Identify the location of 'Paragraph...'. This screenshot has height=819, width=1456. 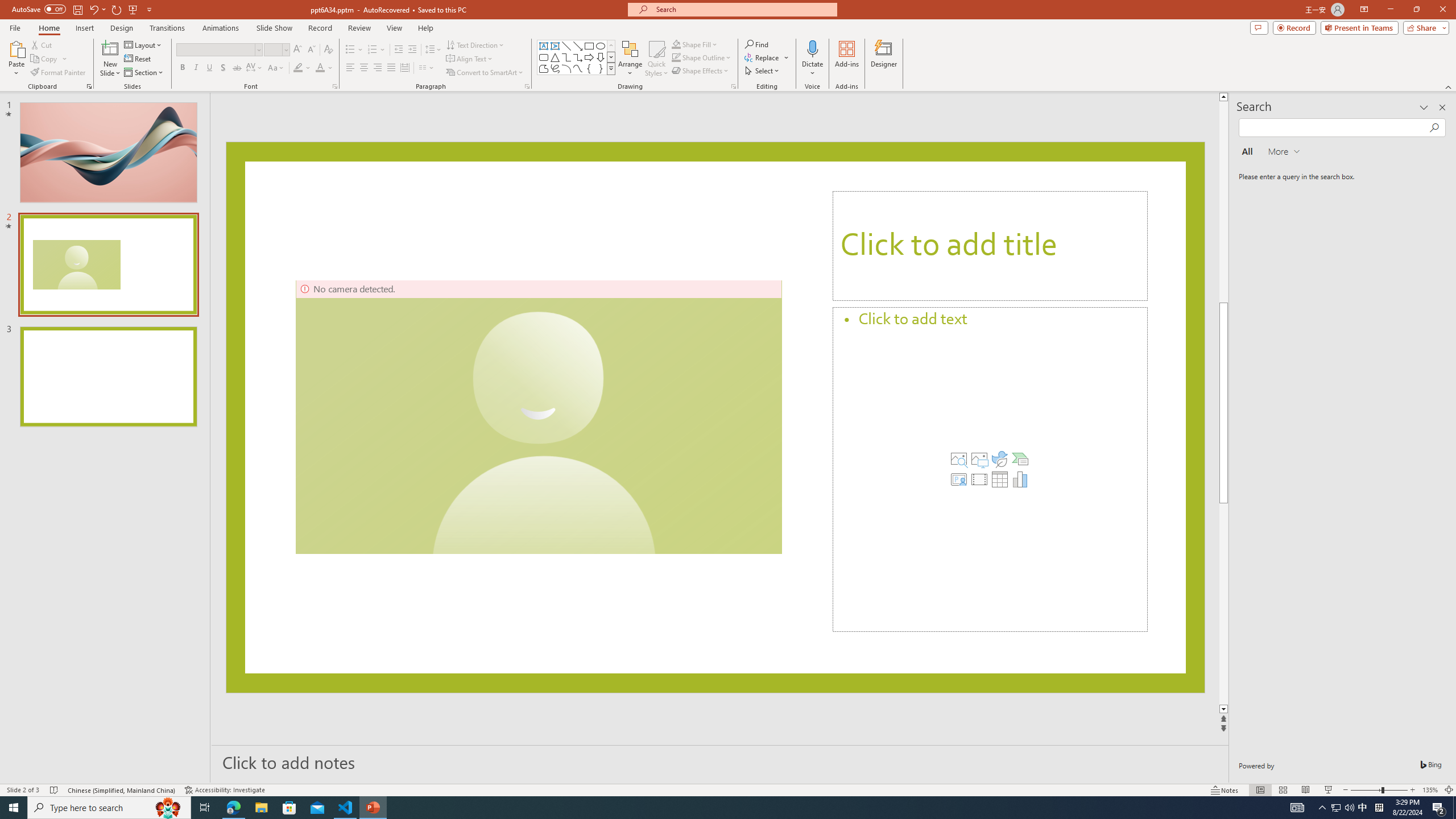
(526, 85).